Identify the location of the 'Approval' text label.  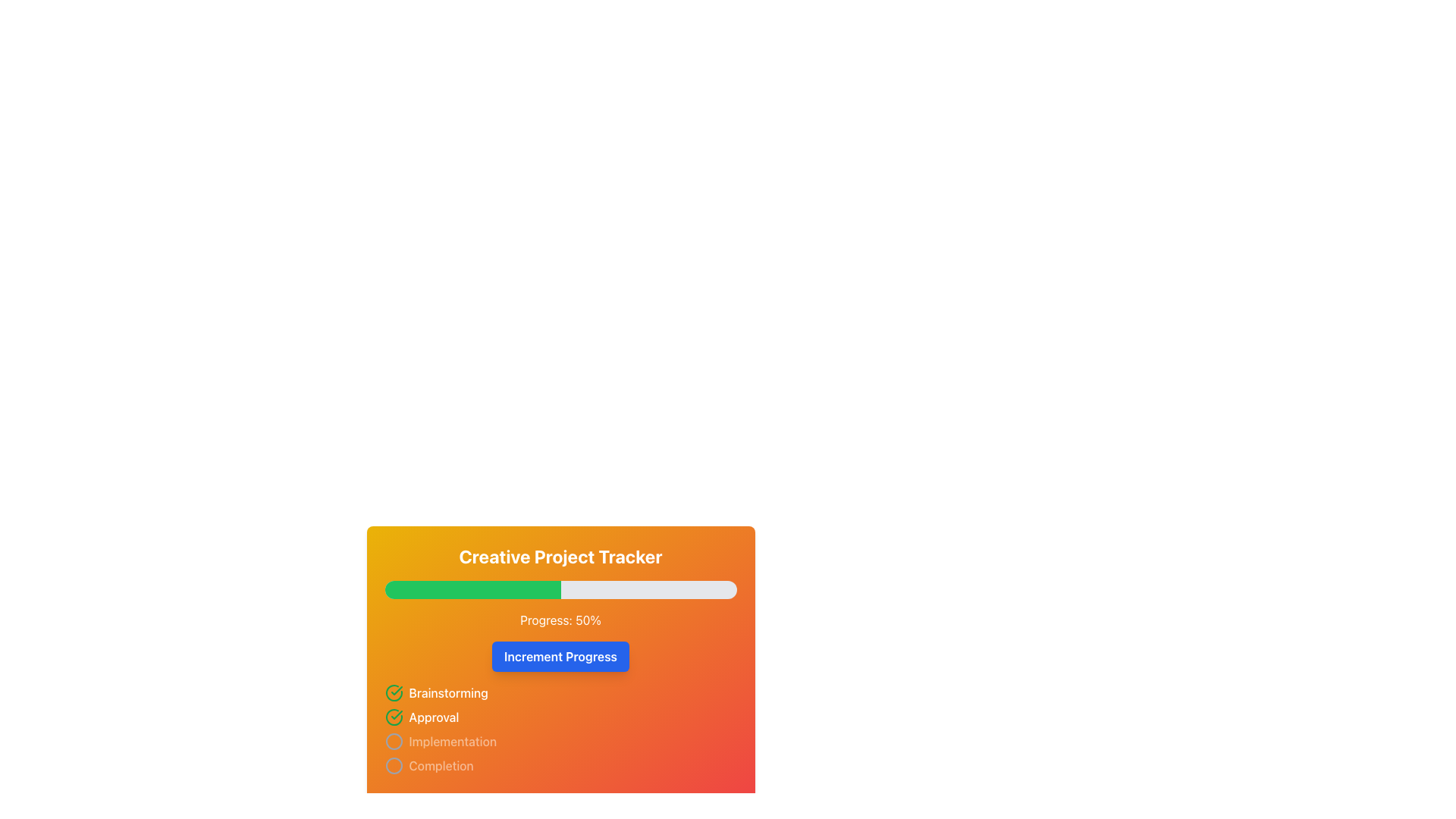
(433, 717).